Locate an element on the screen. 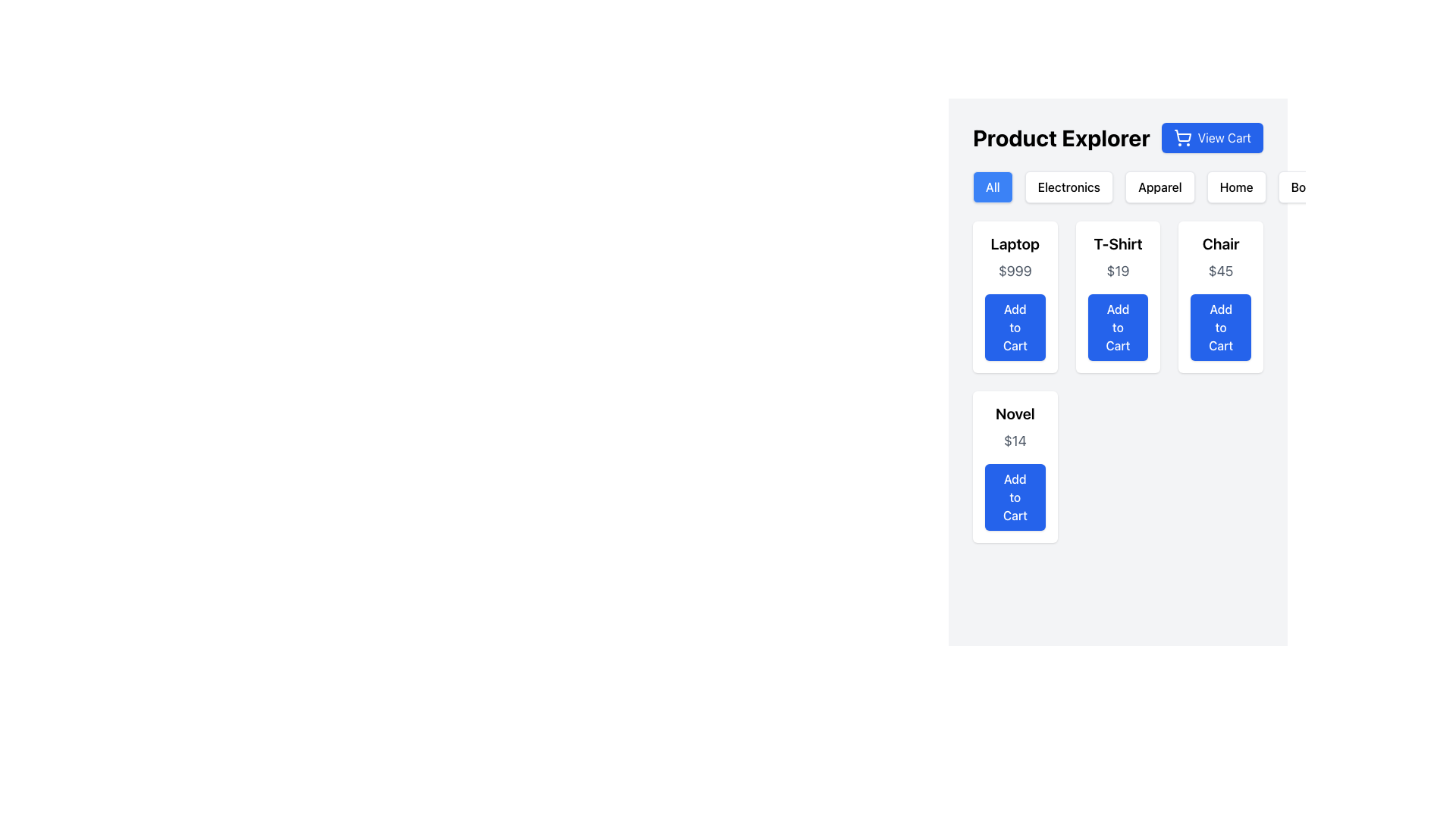 This screenshot has width=1456, height=819. the 'Add to Cart' button, which has a blue background and white text, located in the third column of the product grid under the '$45' text is located at coordinates (1221, 327).